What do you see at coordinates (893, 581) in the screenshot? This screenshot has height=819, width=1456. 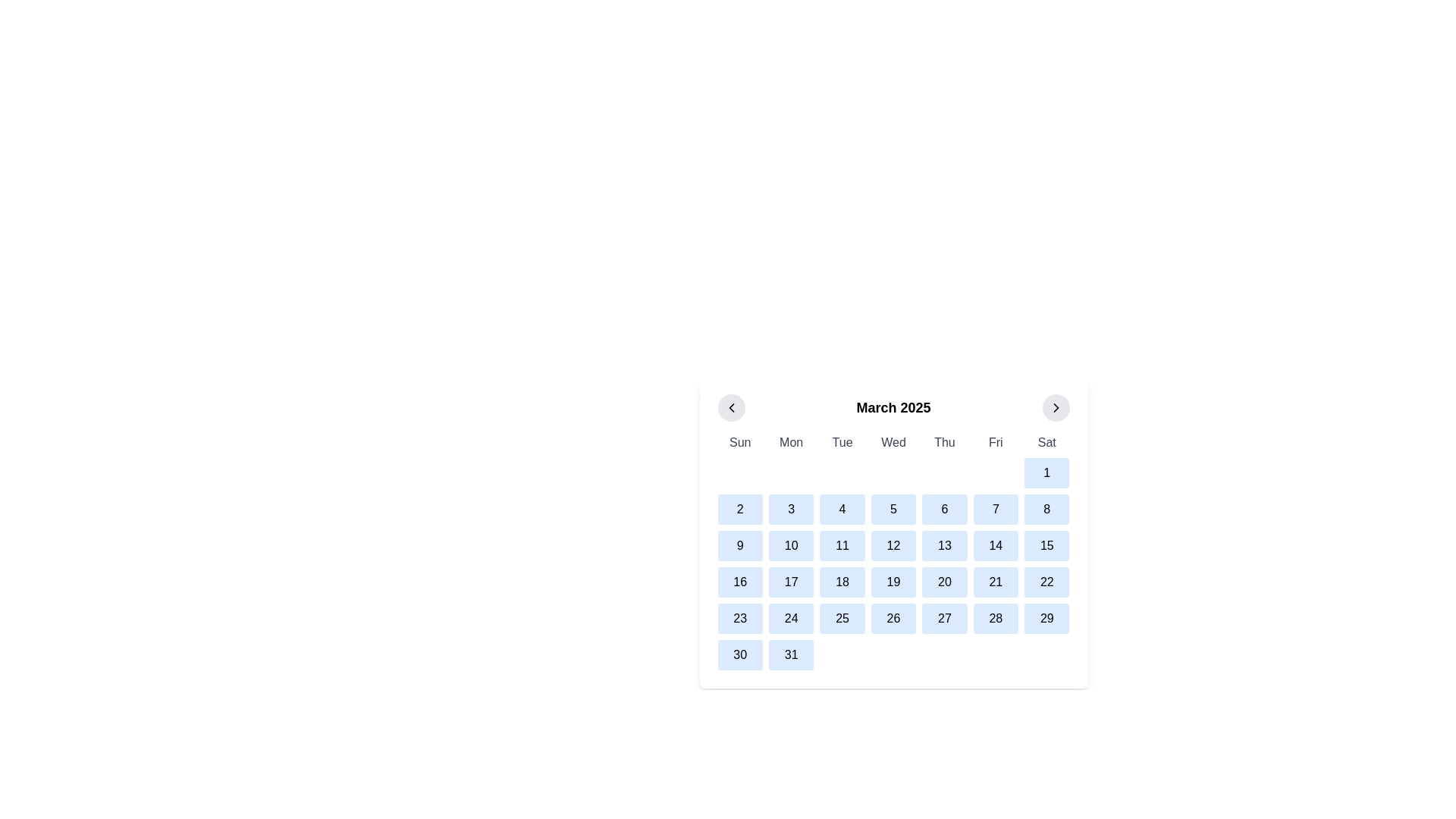 I see `the rectangular light blue button with the number '19' at its center` at bounding box center [893, 581].